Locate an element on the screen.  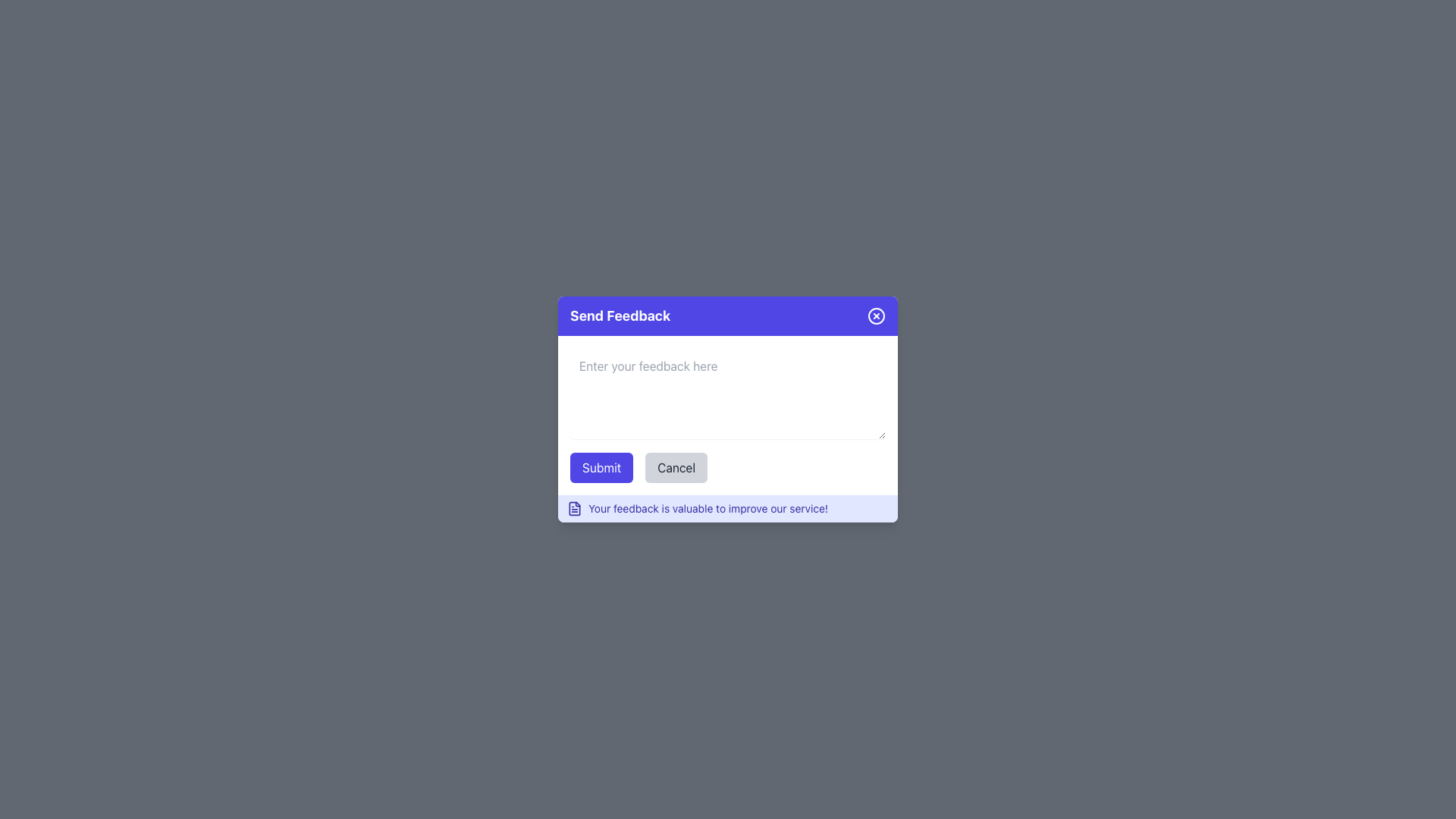
text from the primary header label located on the left side of the header section of the feedback form is located at coordinates (620, 315).